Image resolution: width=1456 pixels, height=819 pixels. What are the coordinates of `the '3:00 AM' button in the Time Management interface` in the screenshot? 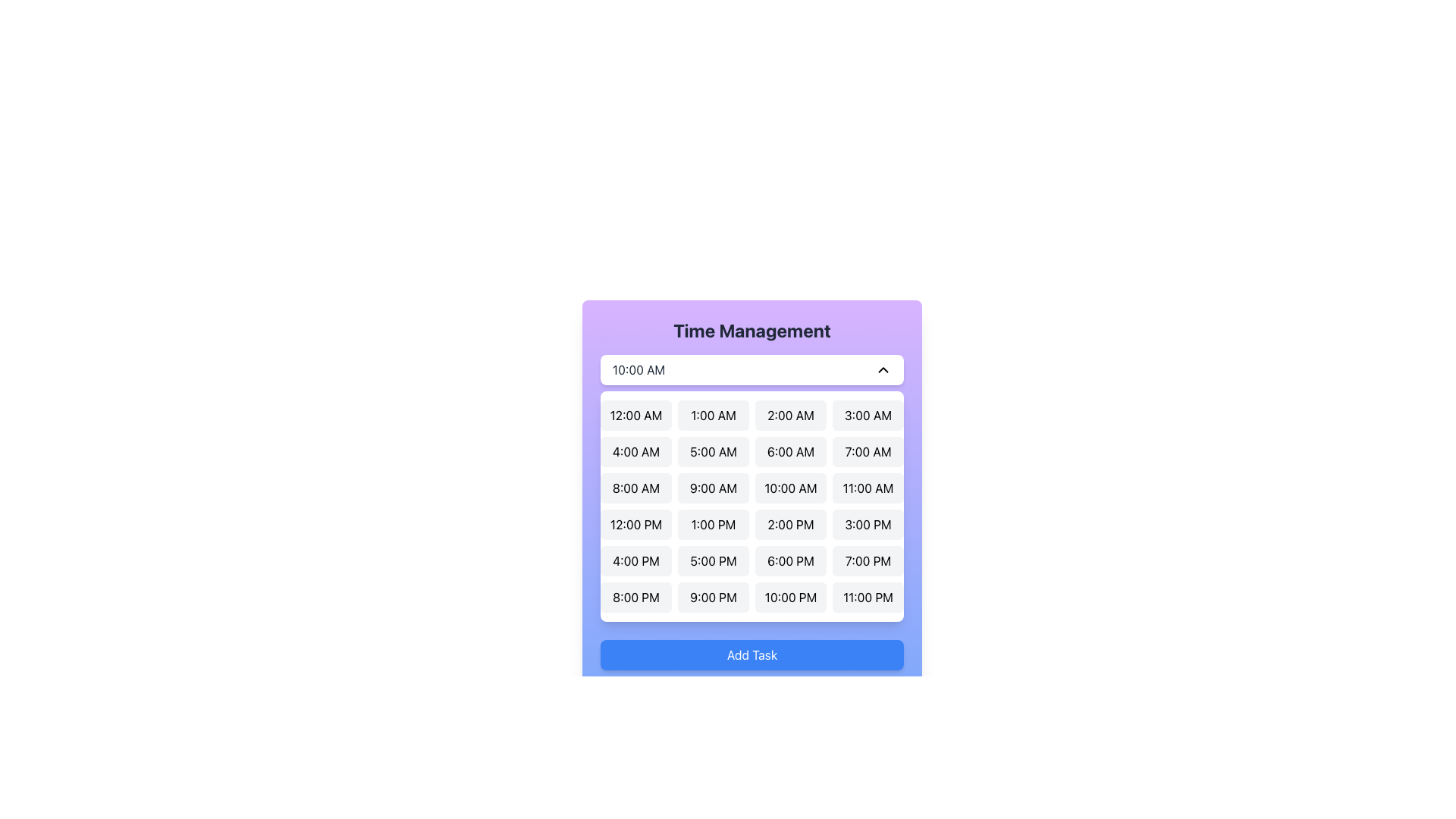 It's located at (868, 415).